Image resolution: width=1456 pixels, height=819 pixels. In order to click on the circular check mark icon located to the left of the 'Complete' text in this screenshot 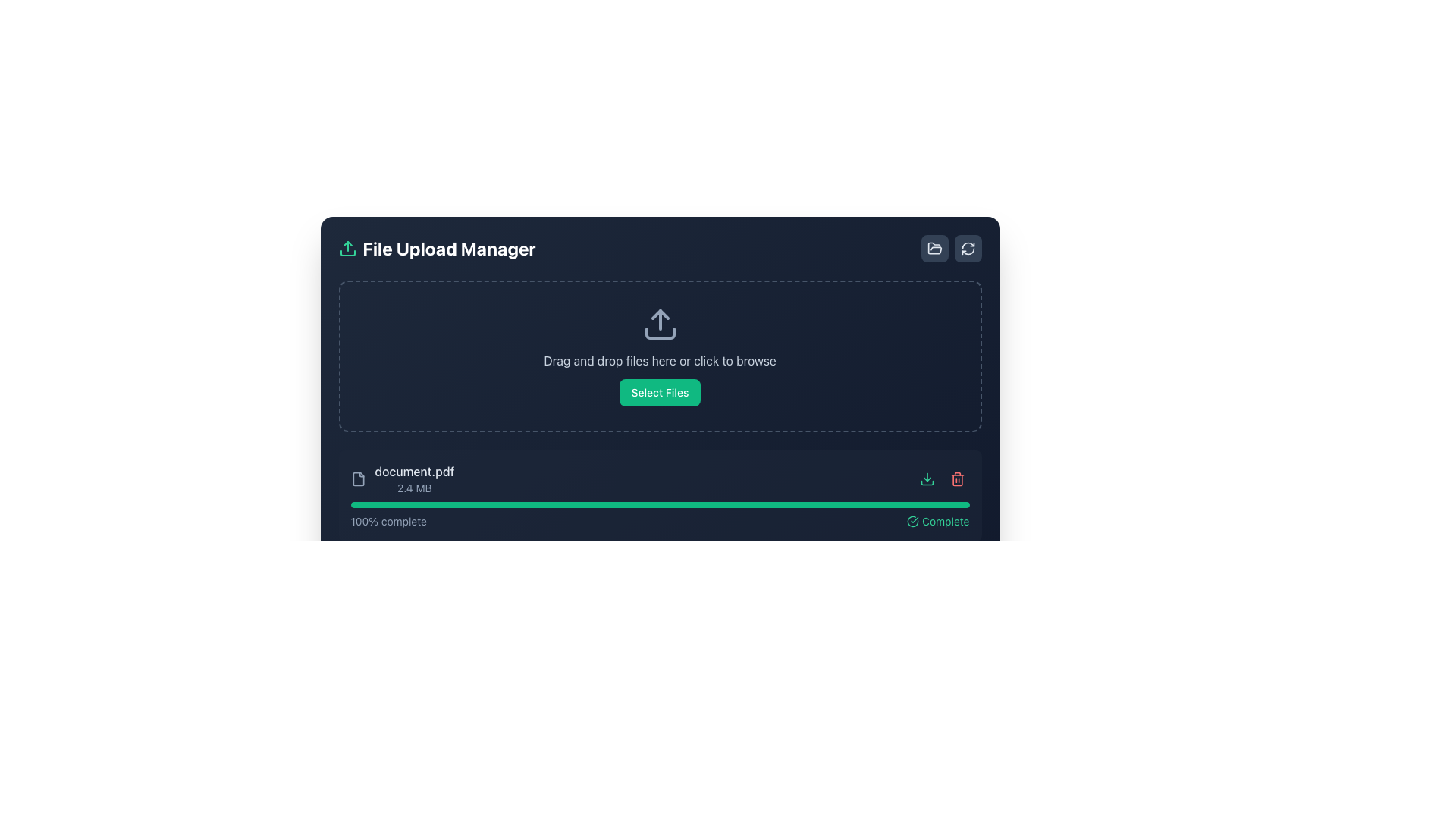, I will do `click(912, 520)`.